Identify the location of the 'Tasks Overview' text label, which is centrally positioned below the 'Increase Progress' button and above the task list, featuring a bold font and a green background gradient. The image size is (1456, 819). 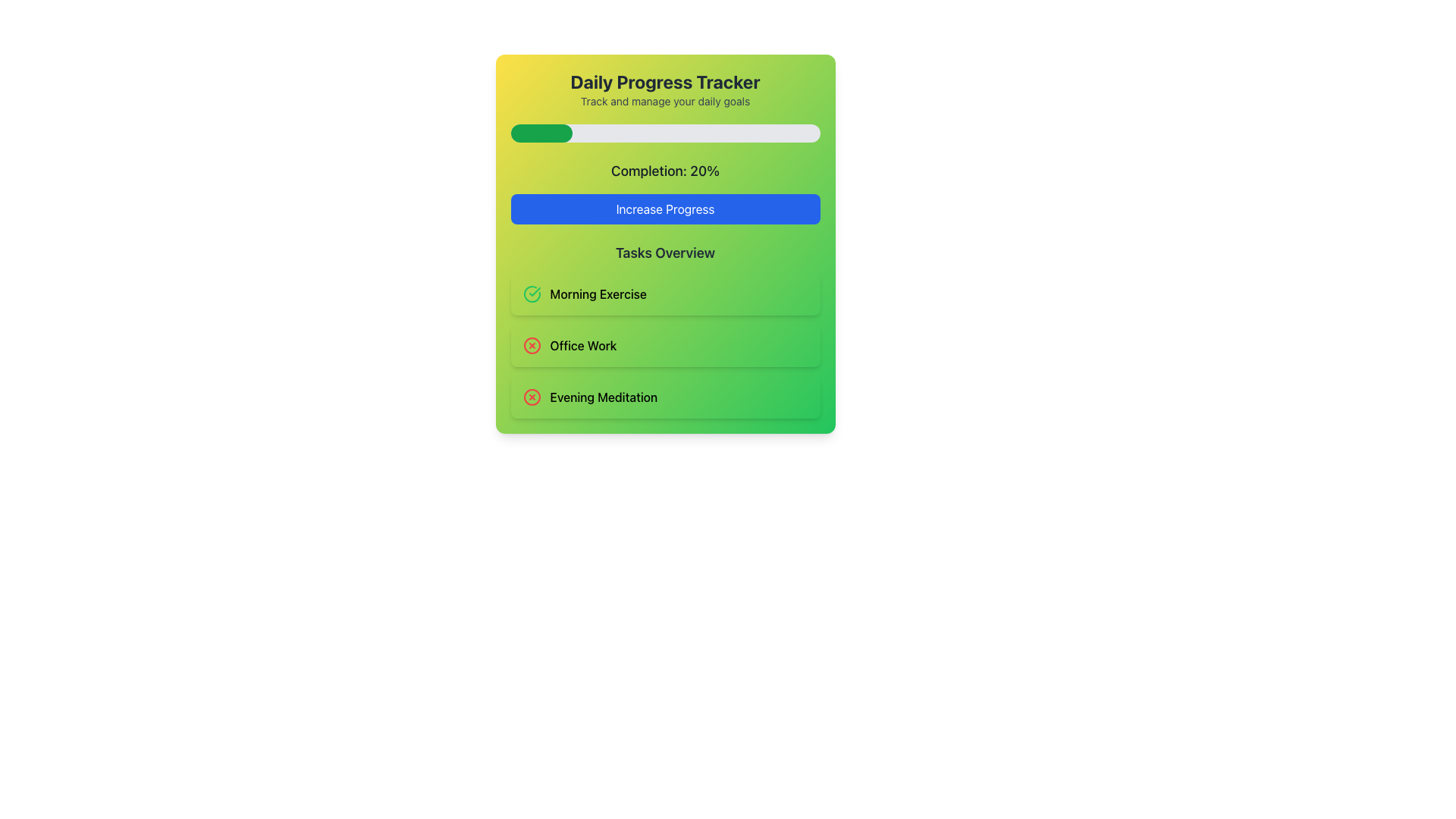
(665, 253).